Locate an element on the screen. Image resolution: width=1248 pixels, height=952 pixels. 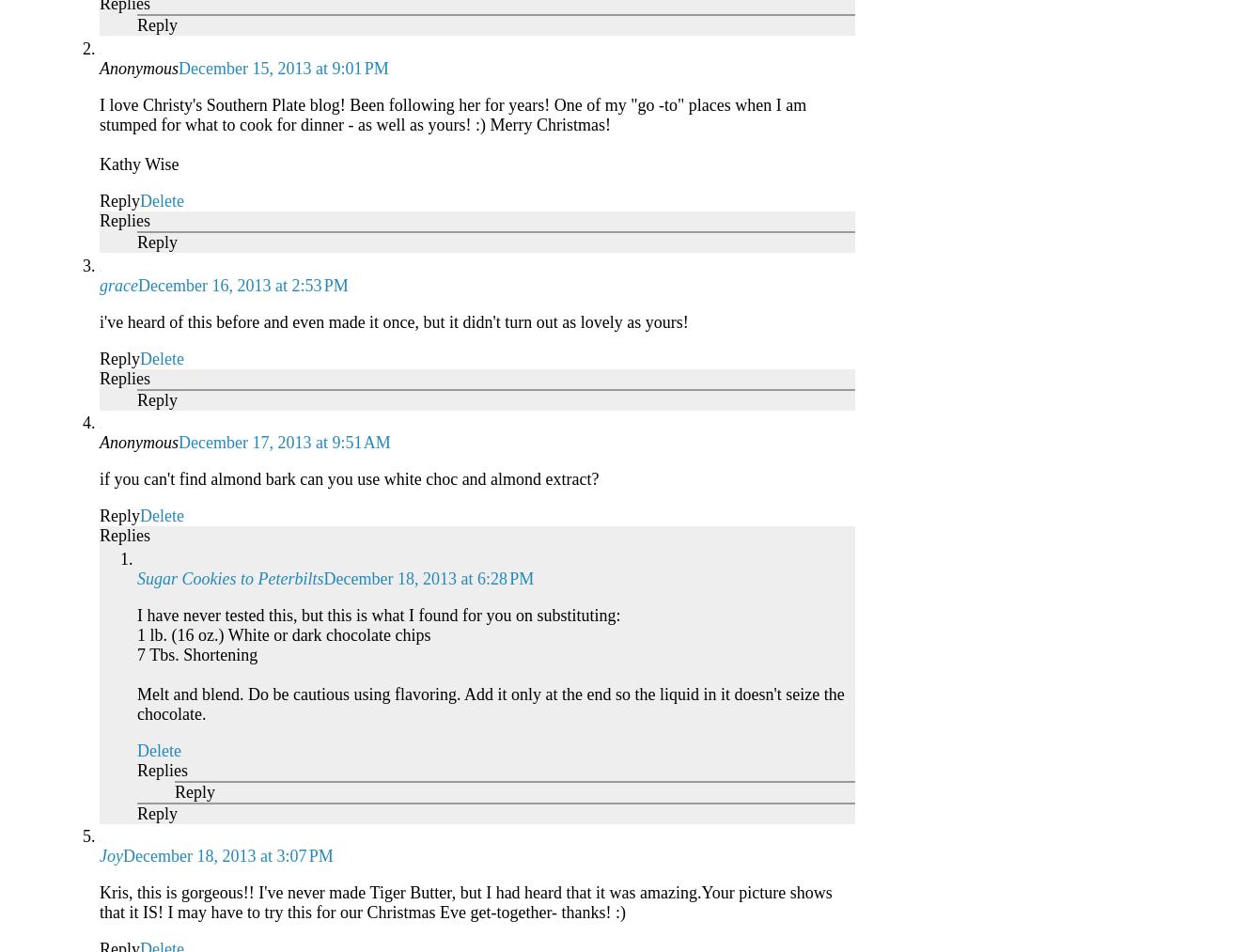
'Kris, this is gorgeous!! I've never made Tiger Butter, but I had heard that it was amazing.Your picture shows that it IS! I may have to try this for our Christmas Eve get-together- thanks! :)' is located at coordinates (99, 902).